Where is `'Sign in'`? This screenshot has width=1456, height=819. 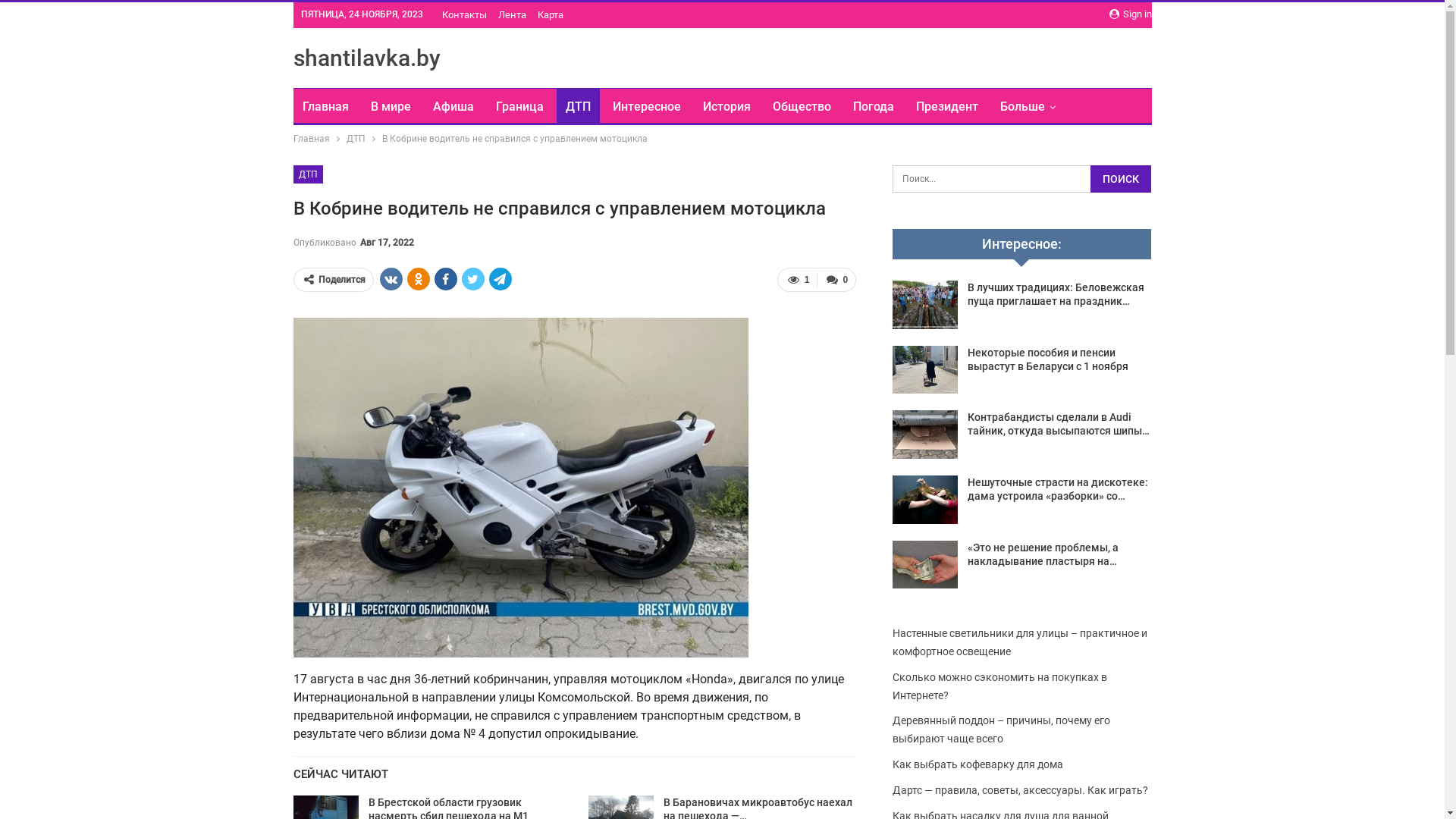 'Sign in' is located at coordinates (1109, 14).